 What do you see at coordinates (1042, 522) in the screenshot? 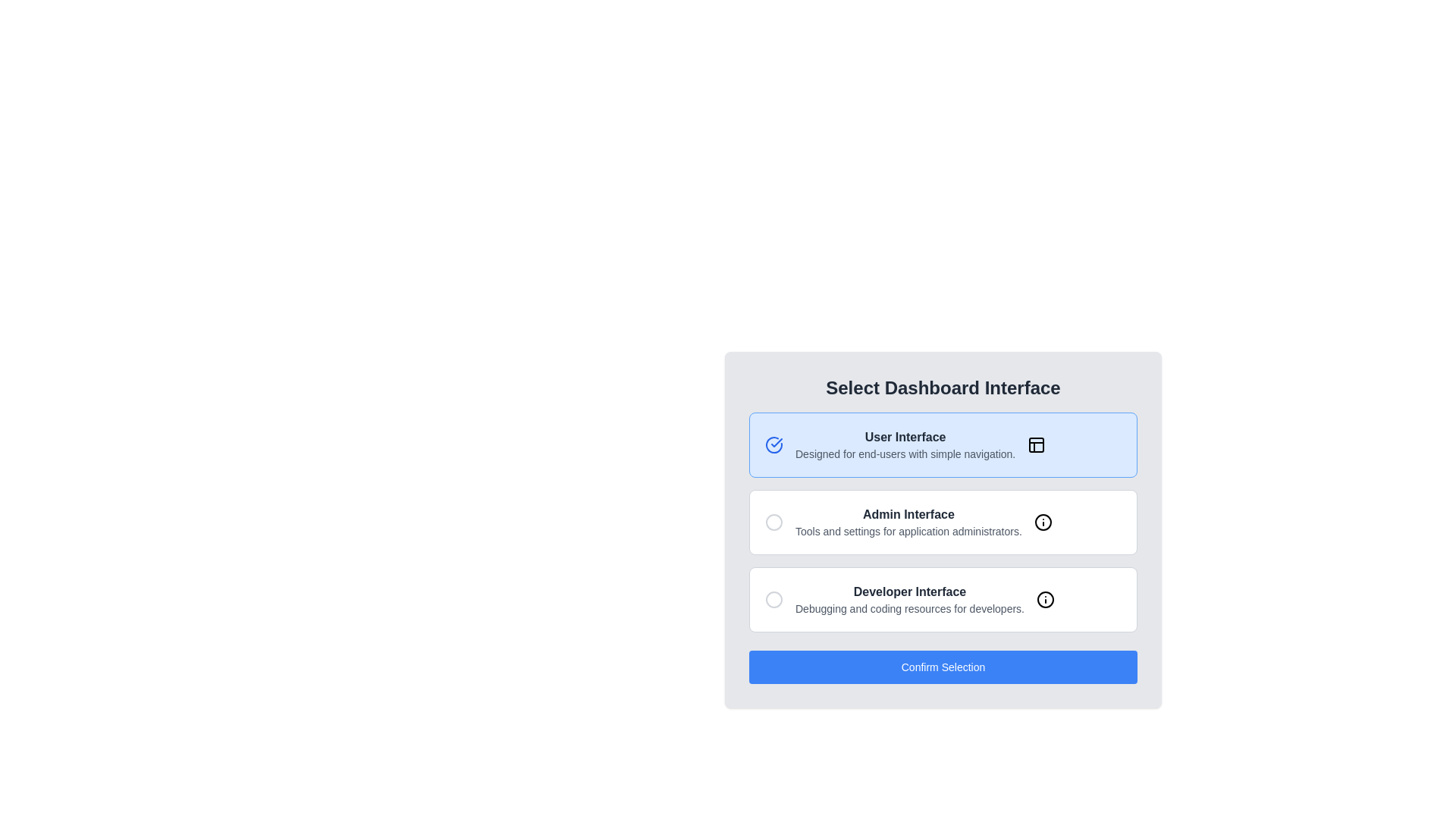
I see `the SVG Circle element that is visually represented as a circular outline with a thin border, located next to the 'Admin Interface' selection option` at bounding box center [1042, 522].